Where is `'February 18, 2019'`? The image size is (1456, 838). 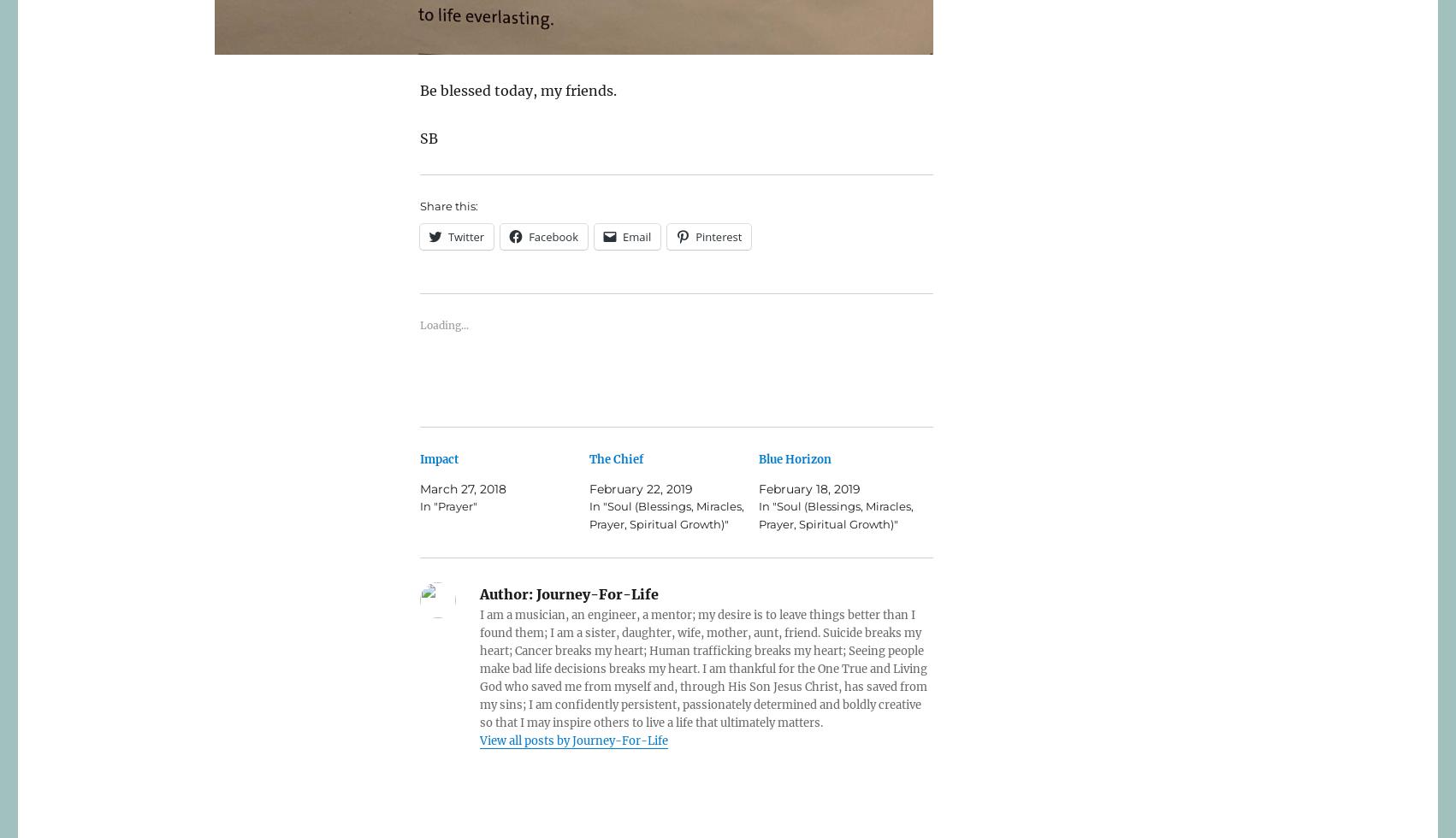
'February 18, 2019' is located at coordinates (809, 489).